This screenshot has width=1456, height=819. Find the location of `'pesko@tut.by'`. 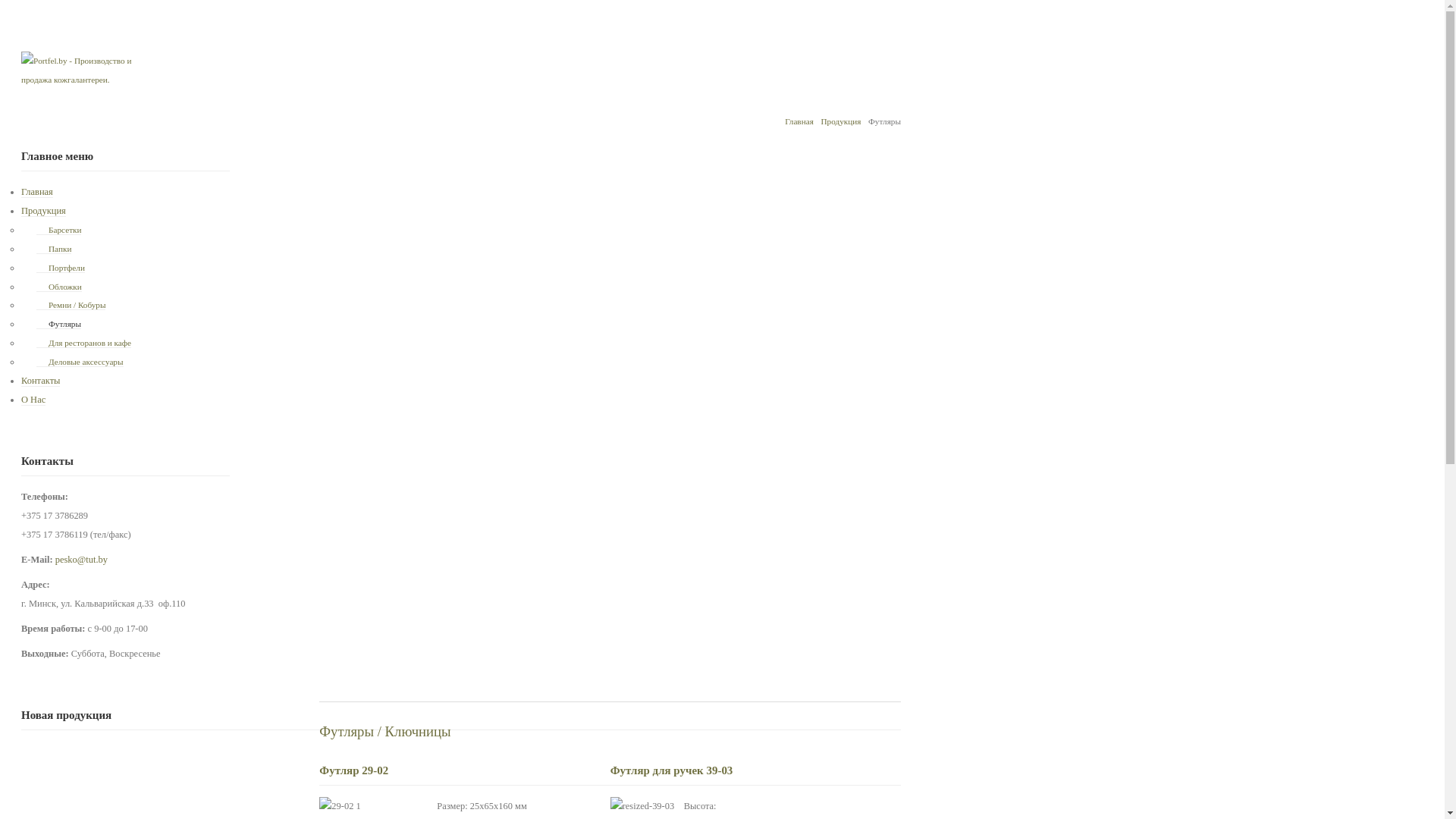

'pesko@tut.by' is located at coordinates (80, 559).